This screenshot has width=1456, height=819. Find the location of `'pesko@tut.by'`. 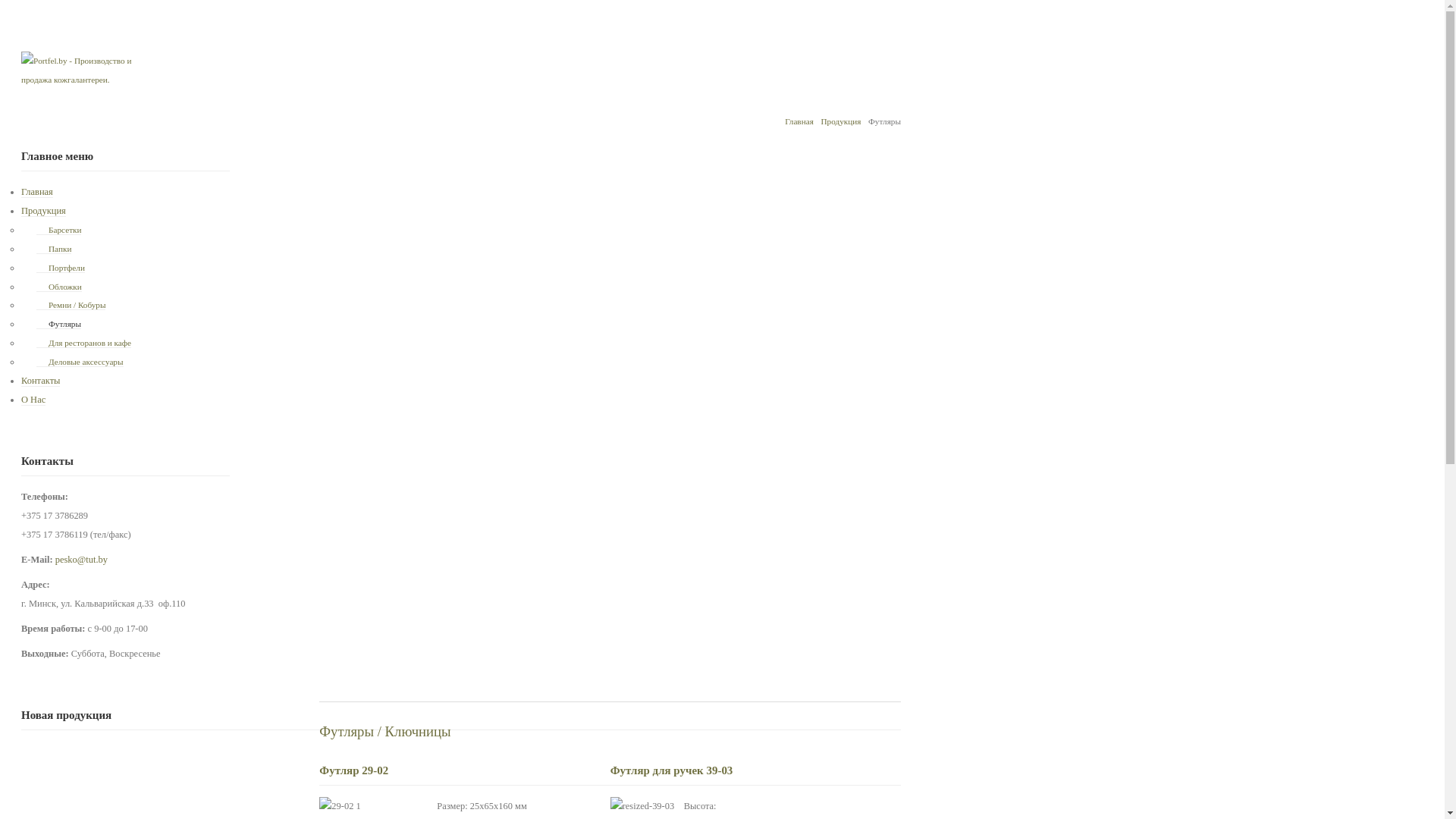

'pesko@tut.by' is located at coordinates (80, 559).